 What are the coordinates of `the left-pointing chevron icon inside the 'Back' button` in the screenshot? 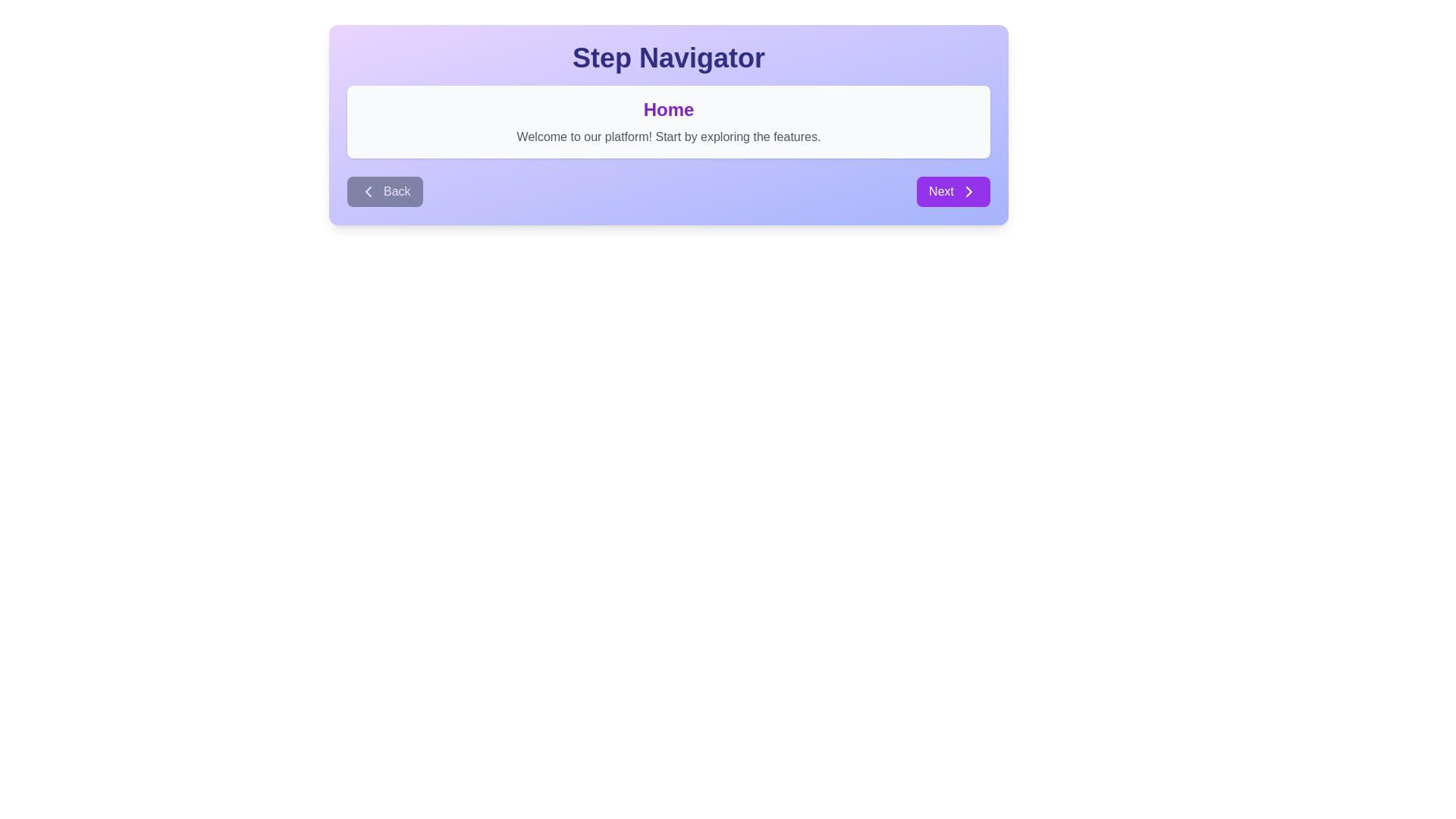 It's located at (368, 191).